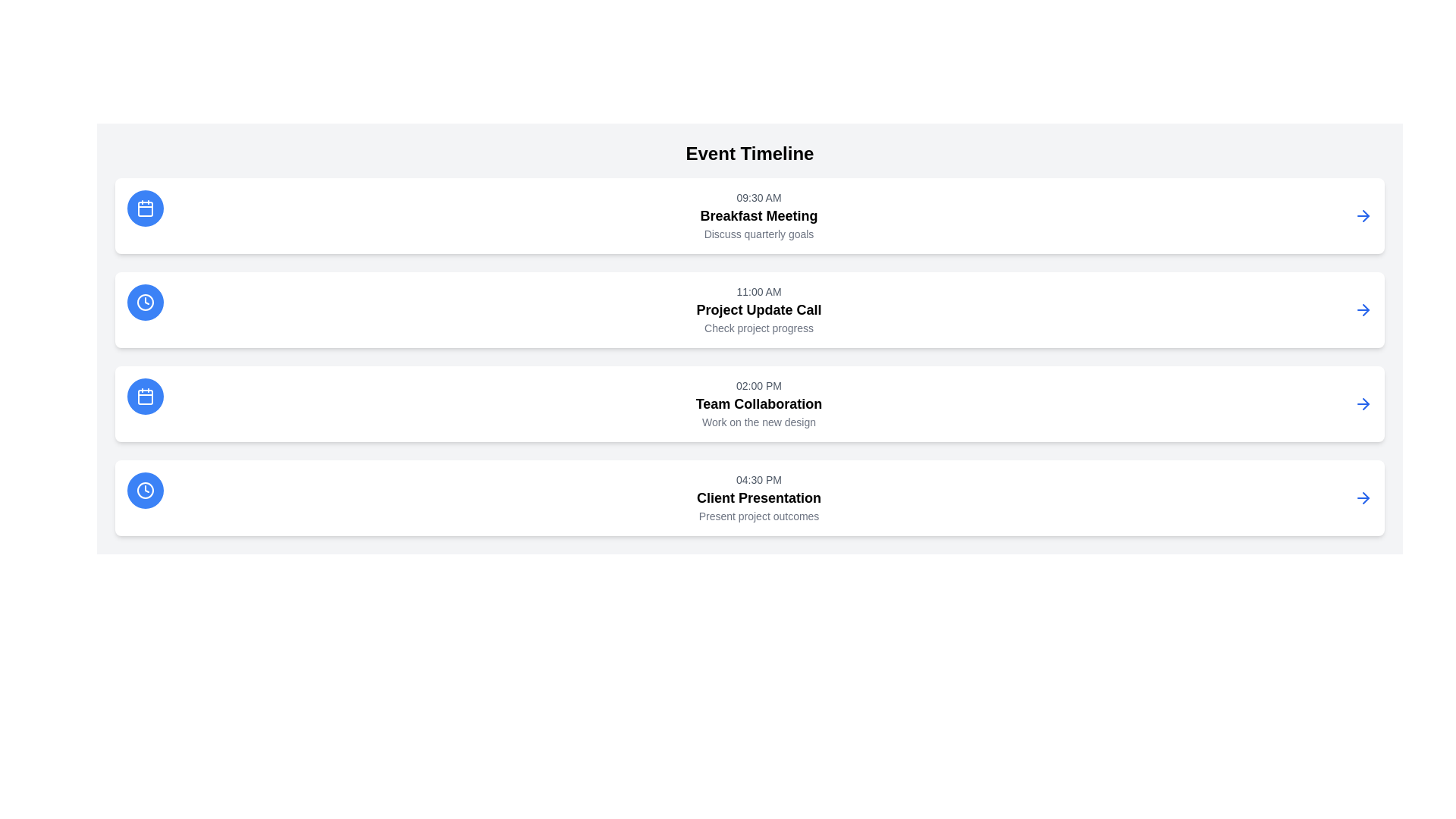  I want to click on the text label displaying '11:00 AM', which is styled in light gray and positioned above 'Project Update Call' and 'Check project progress', so click(759, 292).